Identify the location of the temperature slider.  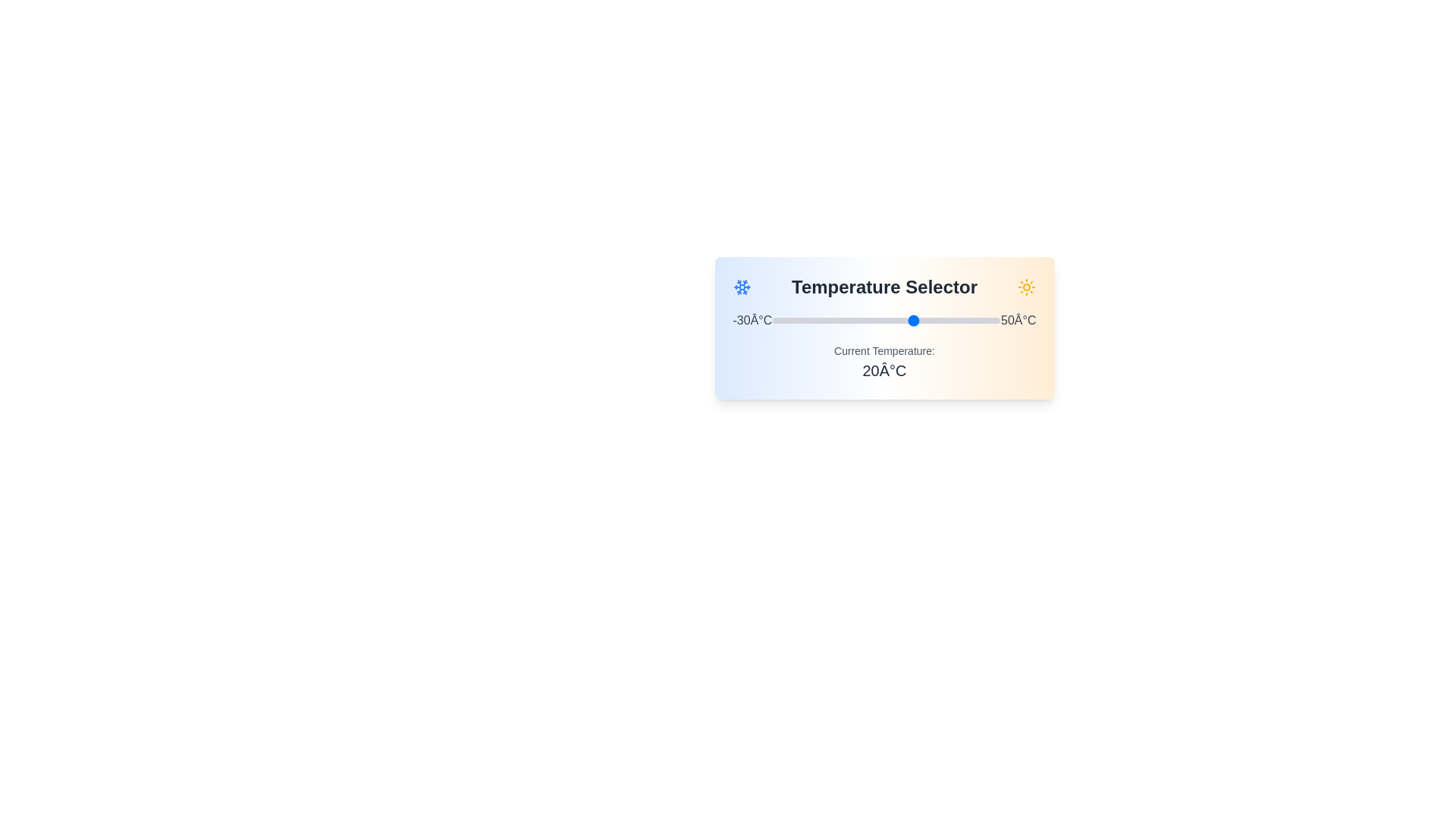
(906, 320).